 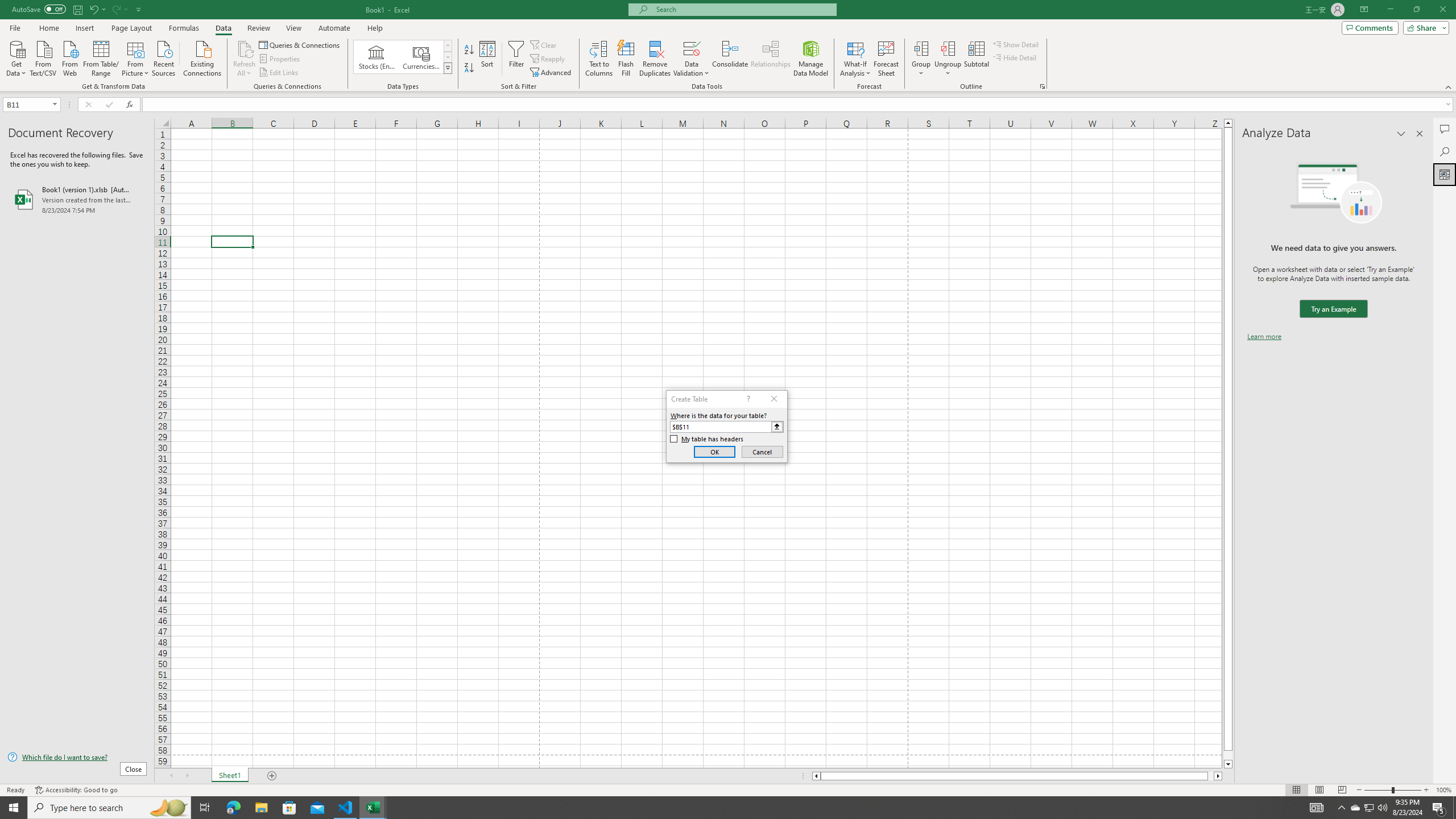 What do you see at coordinates (469, 49) in the screenshot?
I see `'Sort A to Z'` at bounding box center [469, 49].